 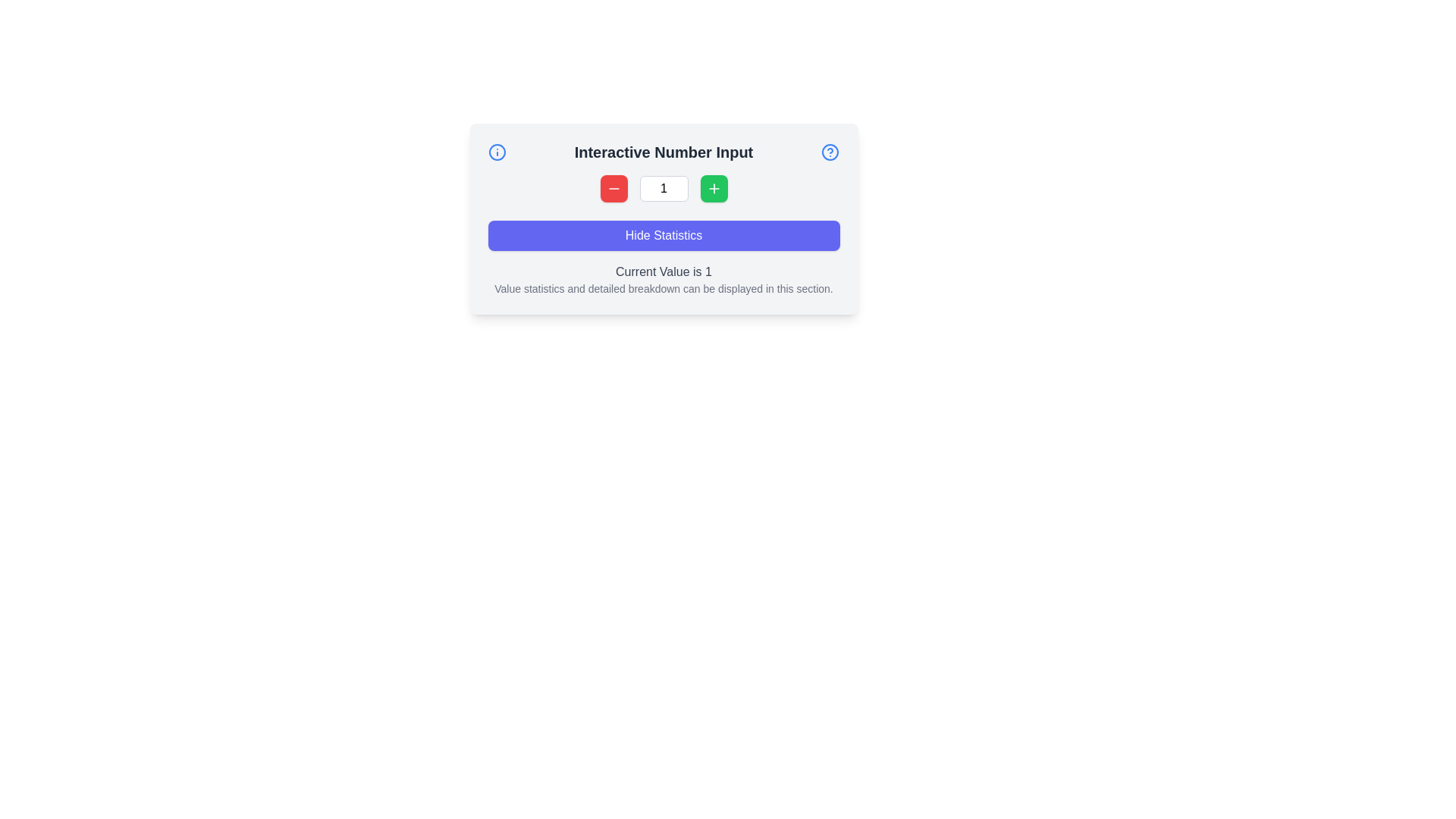 I want to click on the plus sign icon inside the green rounded button located on the right side of the number input field, so click(x=713, y=188).